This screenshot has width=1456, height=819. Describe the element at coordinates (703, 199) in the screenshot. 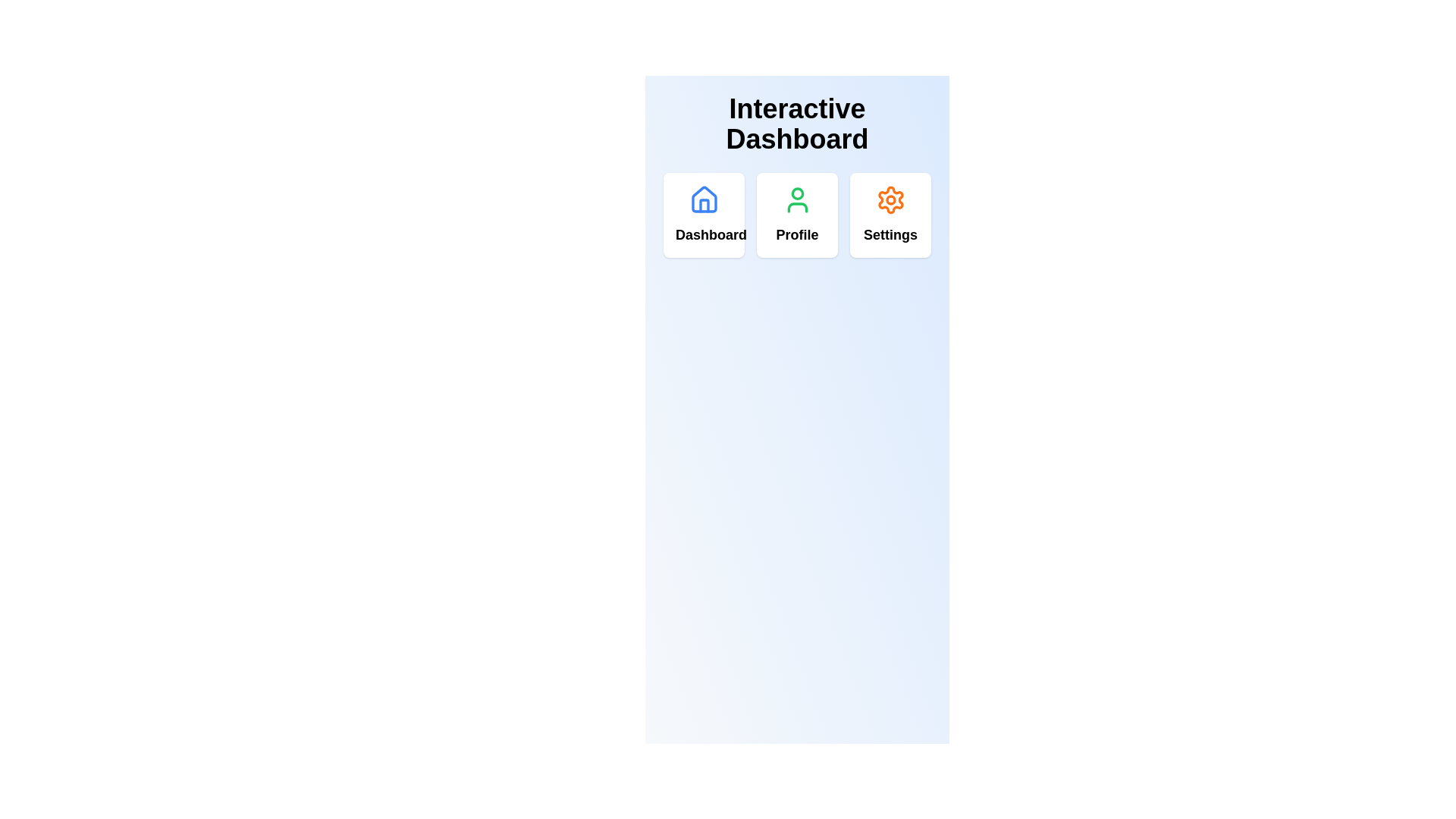

I see `the leftmost icon under the 'Interactive Dashboard' heading` at that location.